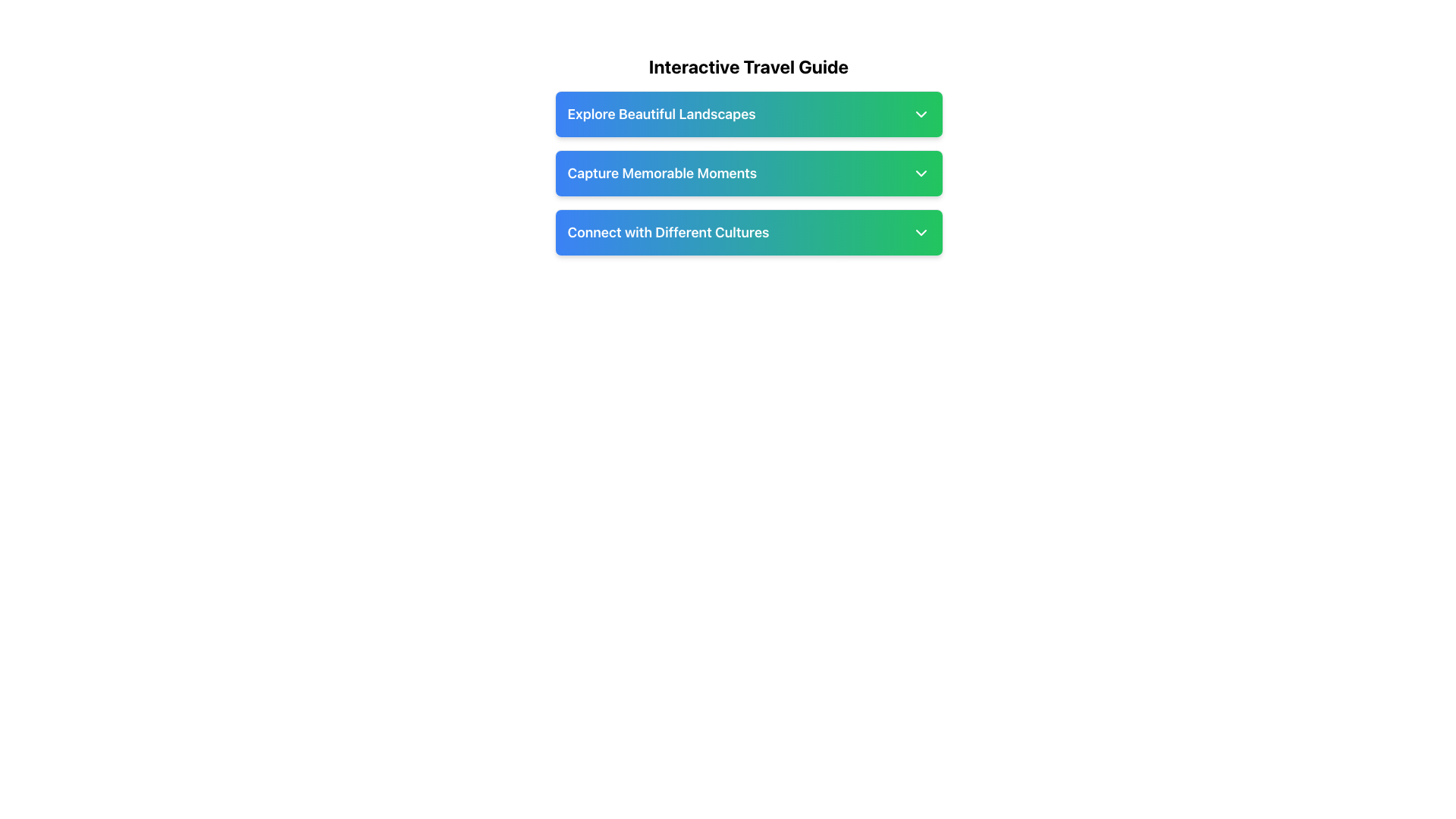 The height and width of the screenshot is (819, 1456). What do you see at coordinates (661, 113) in the screenshot?
I see `the static text element displaying 'Explore Beautiful Landscapes', which is styled with a bold font and white color on a gradient background` at bounding box center [661, 113].